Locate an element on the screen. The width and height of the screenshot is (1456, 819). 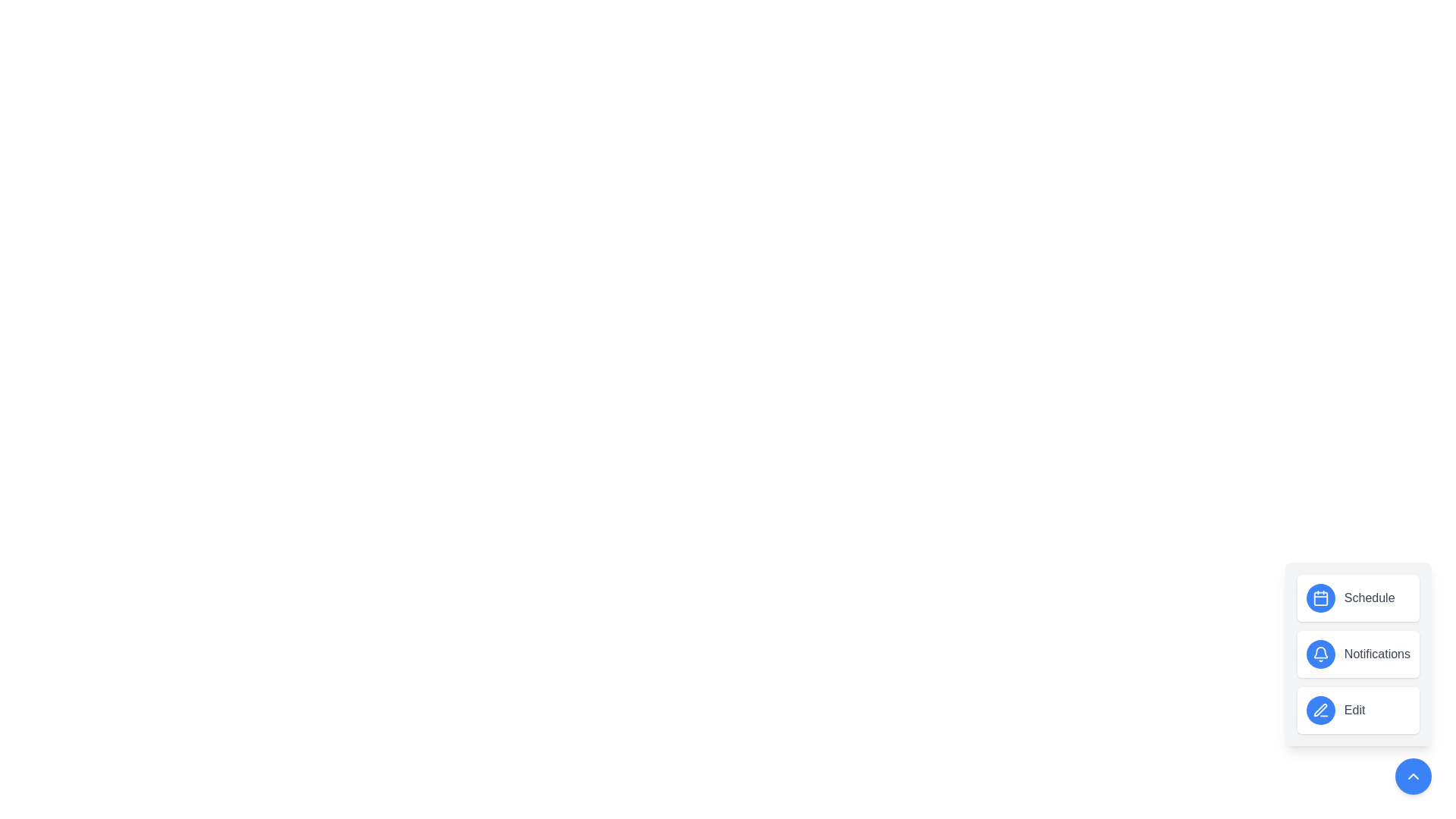
the 'Schedule' button to select the 'Schedule' option is located at coordinates (1357, 598).